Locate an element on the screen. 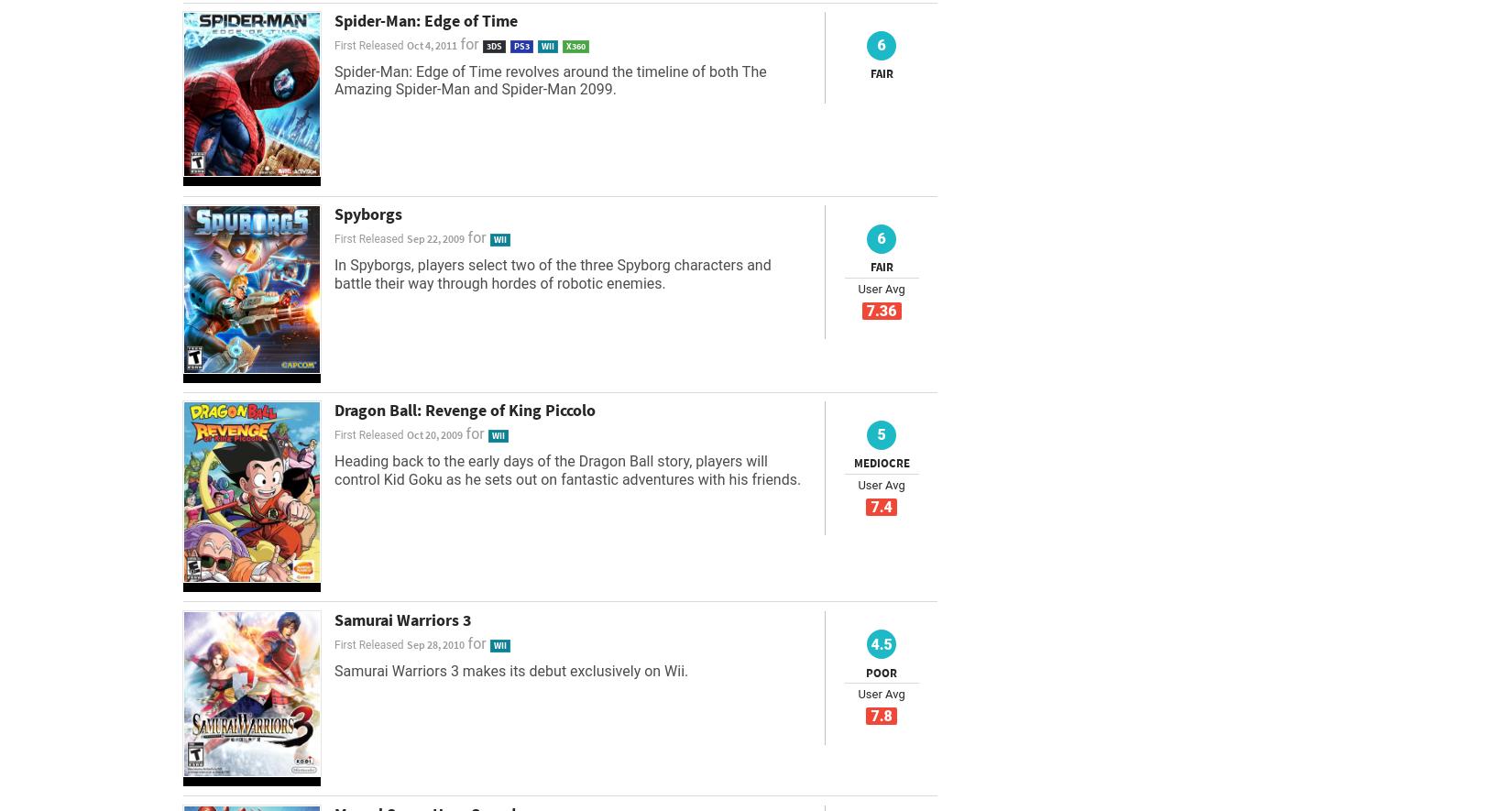  'Heading back to the early days of the Dragon Ball story, players will control Kid Goku as he sets out on fantastic adventures with his friends.' is located at coordinates (566, 470).